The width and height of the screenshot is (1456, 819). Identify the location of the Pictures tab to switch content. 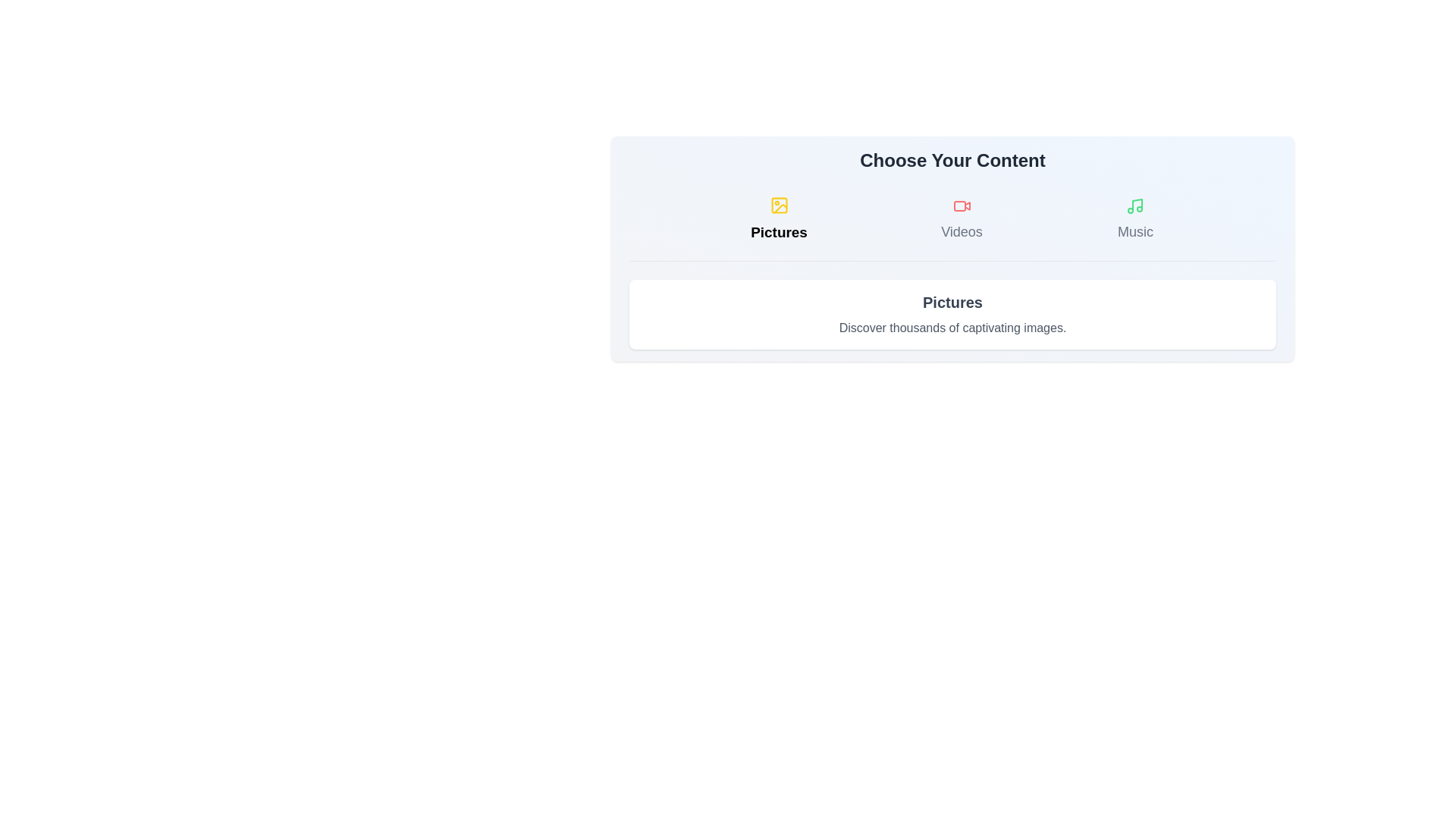
(779, 219).